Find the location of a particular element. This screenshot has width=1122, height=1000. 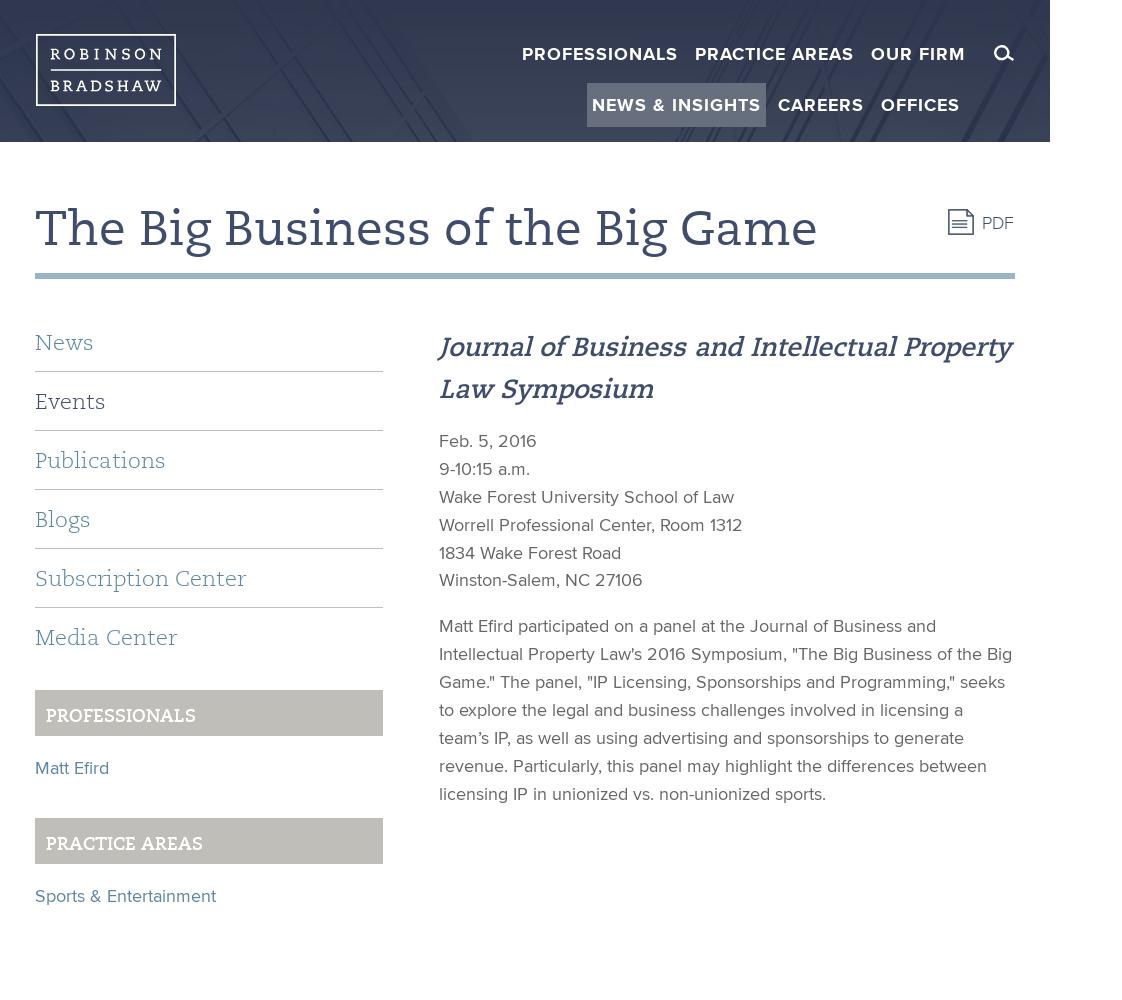

'Blogs' is located at coordinates (61, 519).